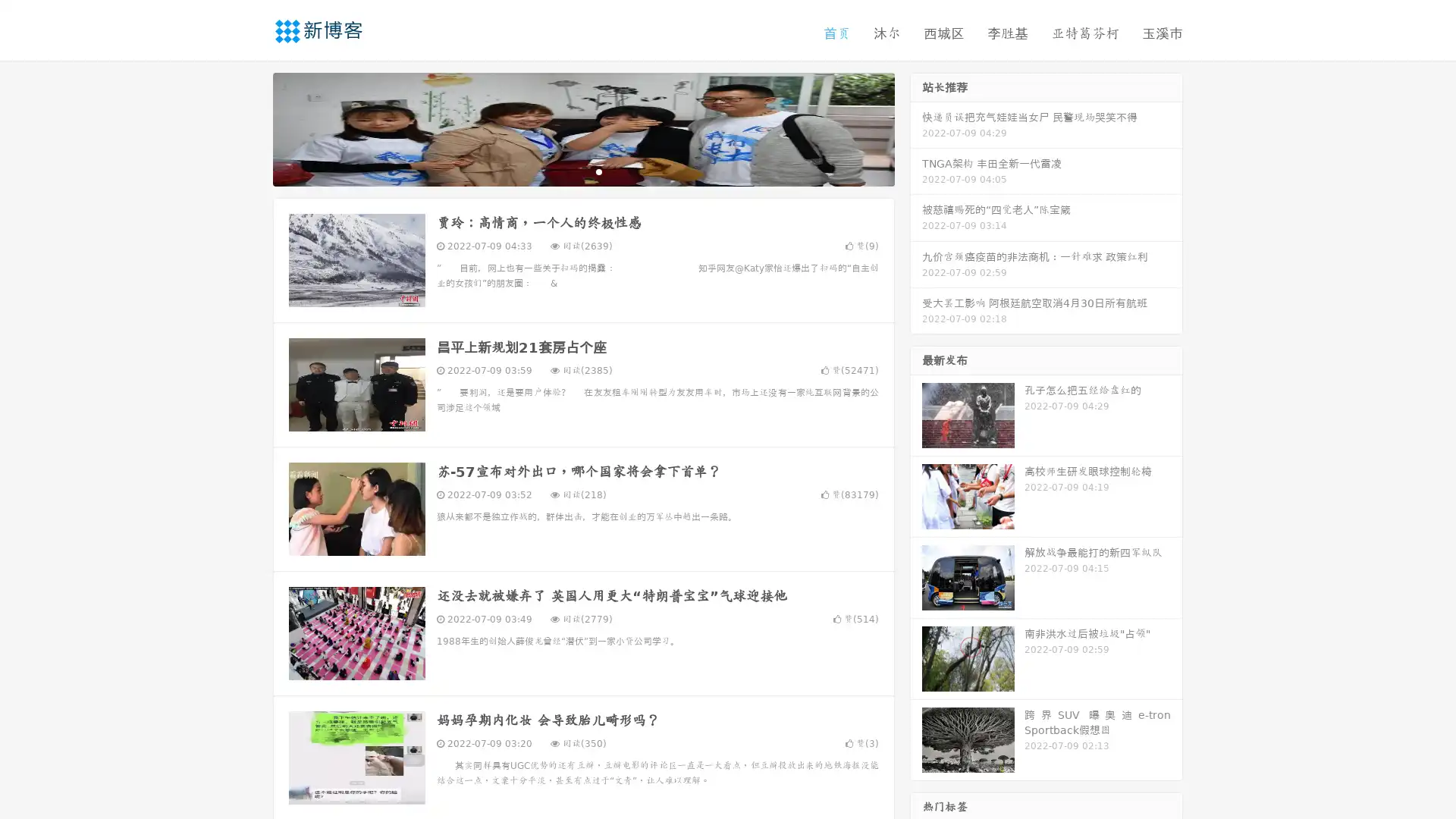  Describe the element at coordinates (916, 127) in the screenshot. I see `Next slide` at that location.